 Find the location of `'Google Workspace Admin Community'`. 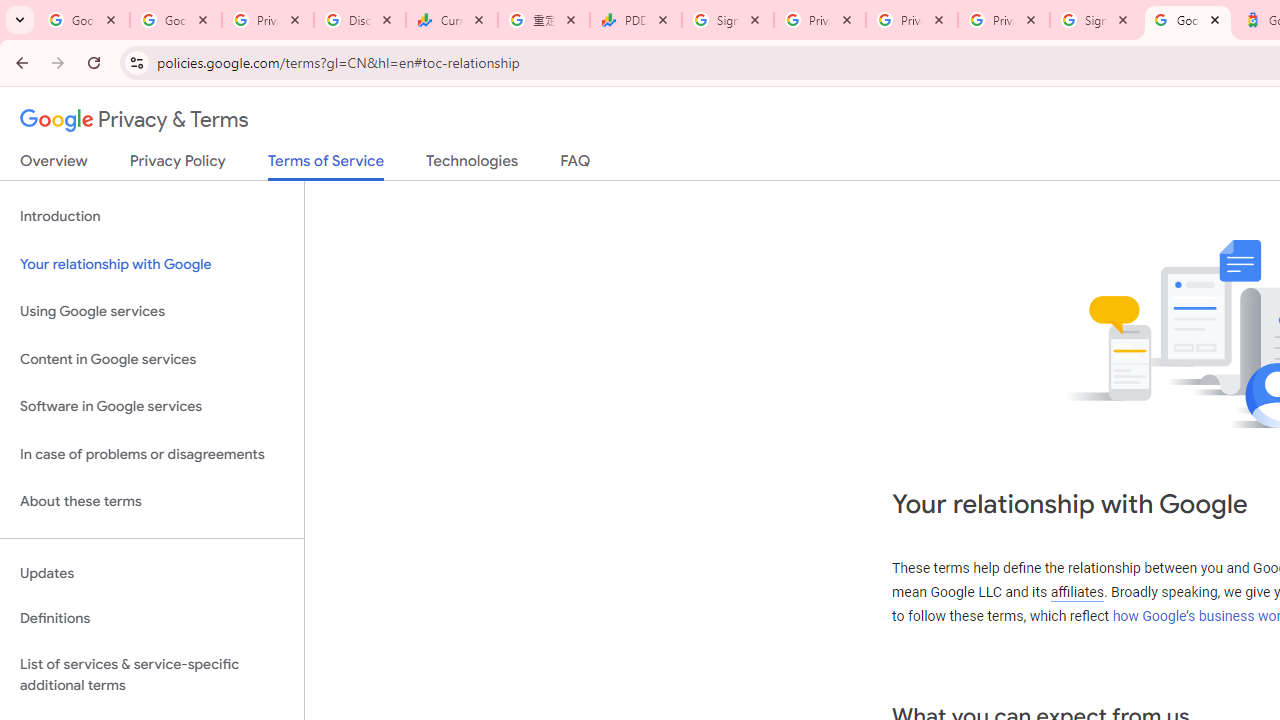

'Google Workspace Admin Community' is located at coordinates (82, 20).